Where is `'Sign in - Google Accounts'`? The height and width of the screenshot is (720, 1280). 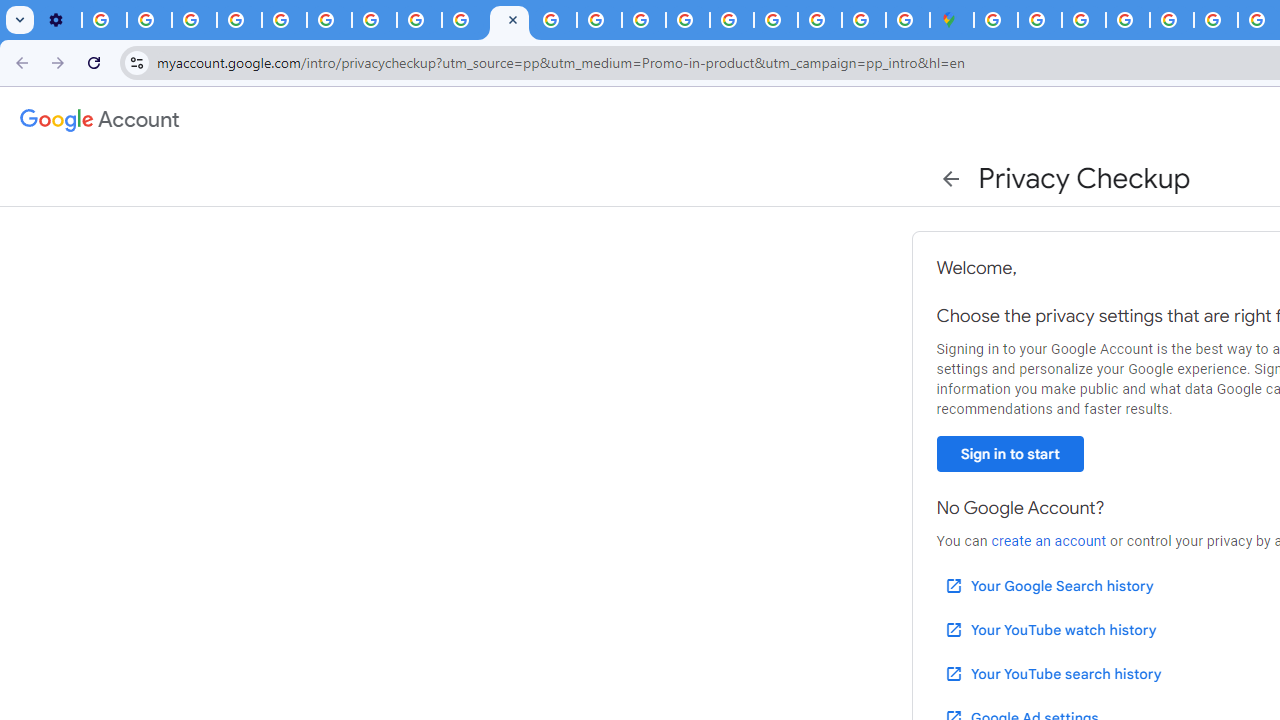 'Sign in - Google Accounts' is located at coordinates (995, 20).